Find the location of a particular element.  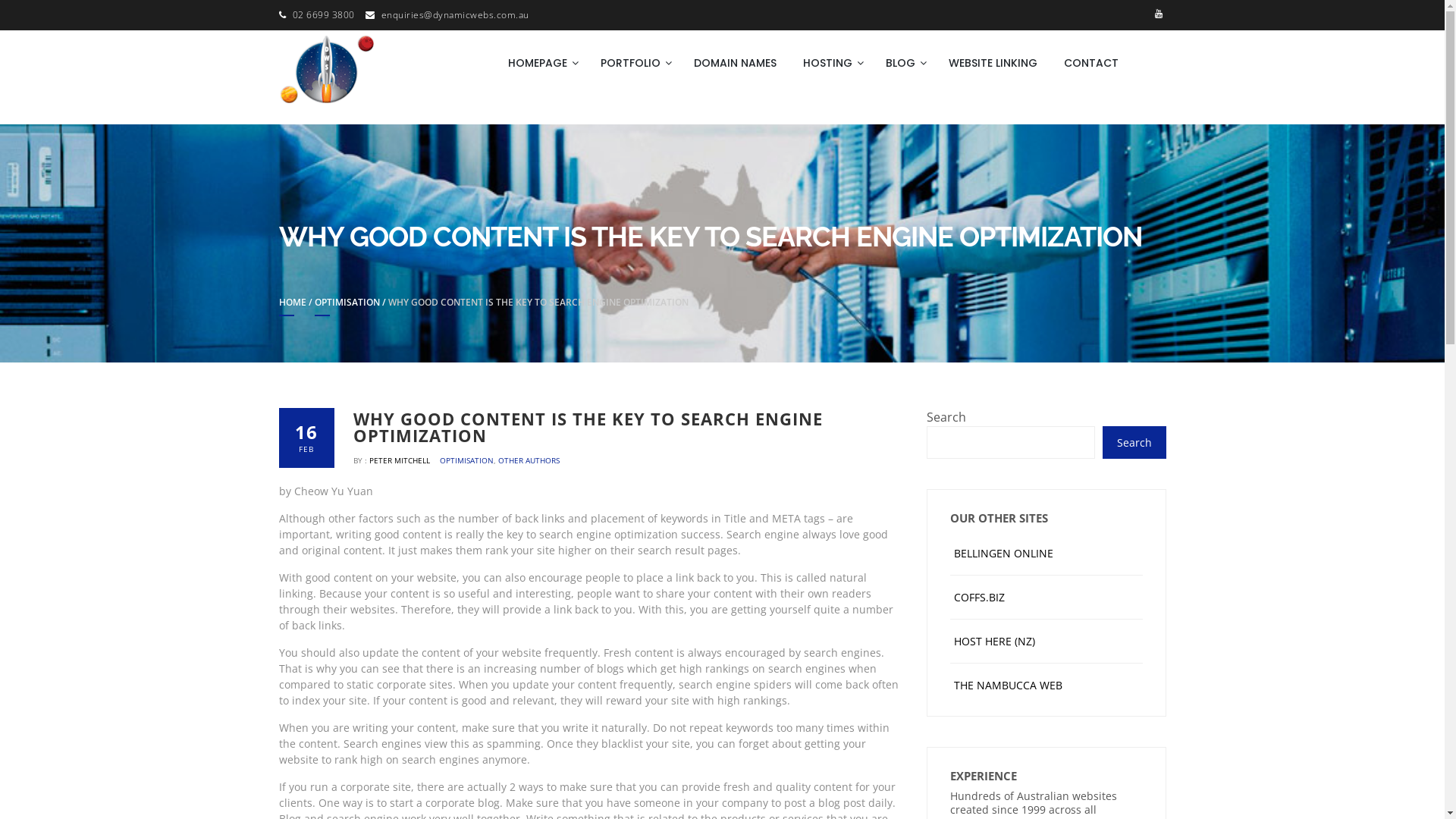

'THE NAMBUCCA WEB' is located at coordinates (1008, 685).